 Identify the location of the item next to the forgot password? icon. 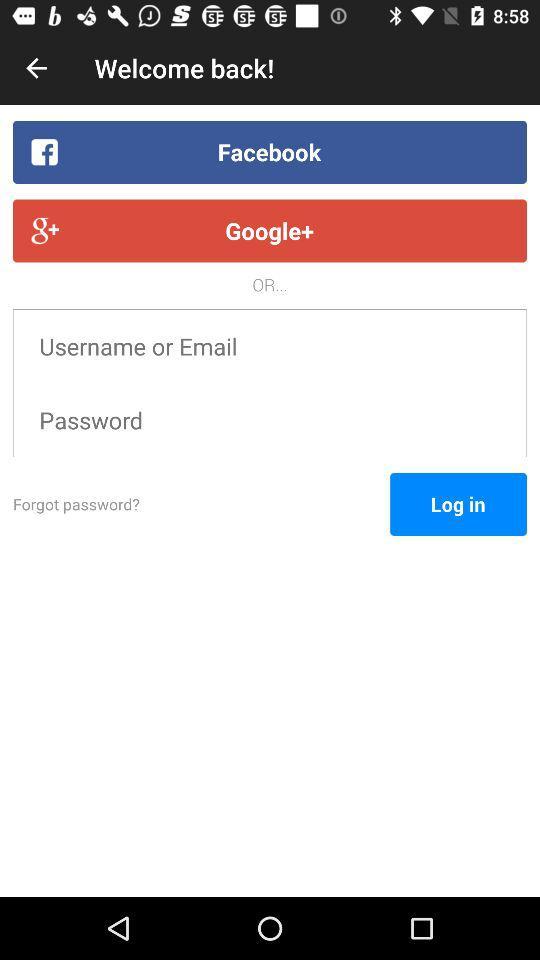
(458, 503).